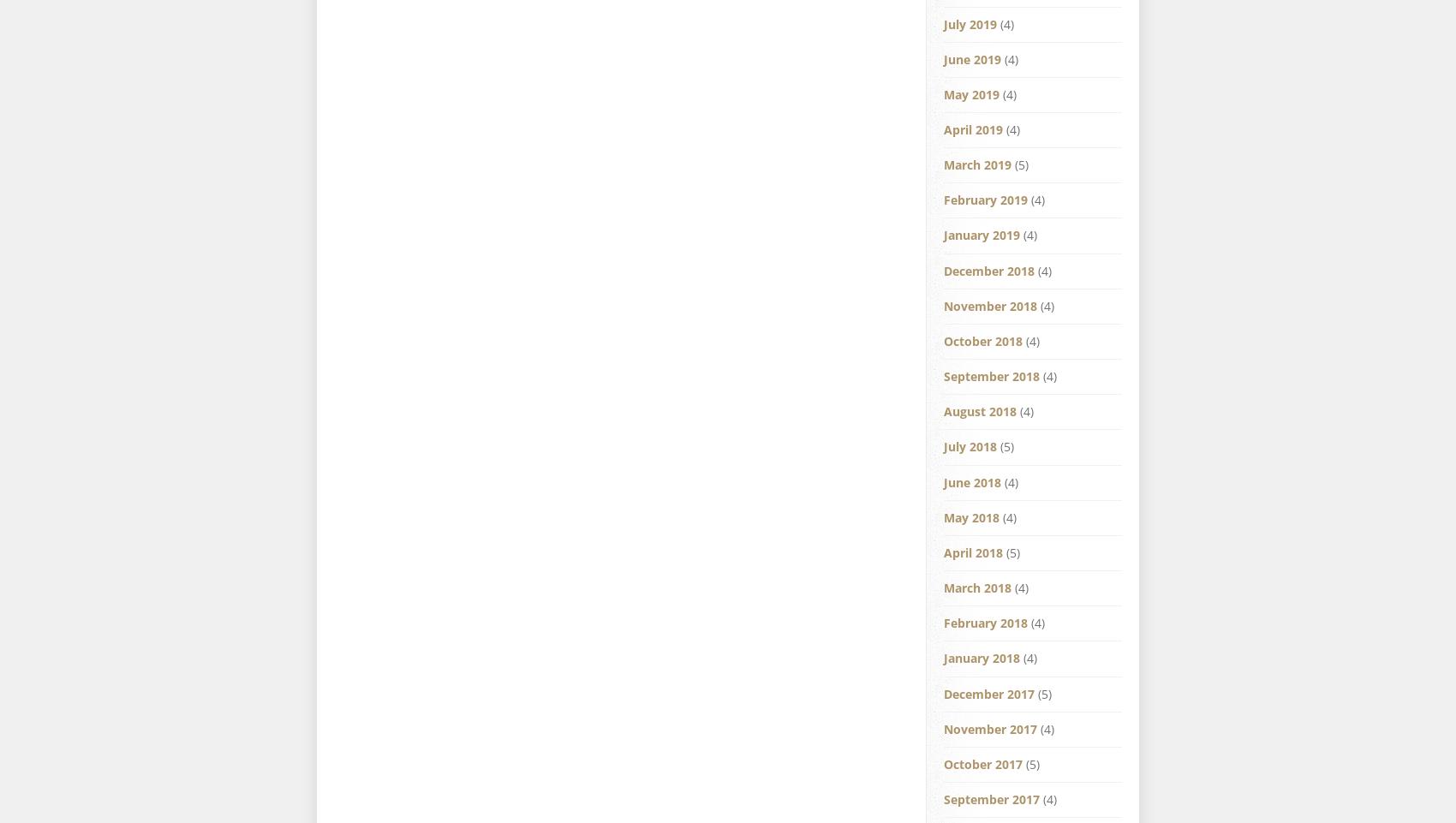  Describe the element at coordinates (943, 22) in the screenshot. I see `'July 2019'` at that location.